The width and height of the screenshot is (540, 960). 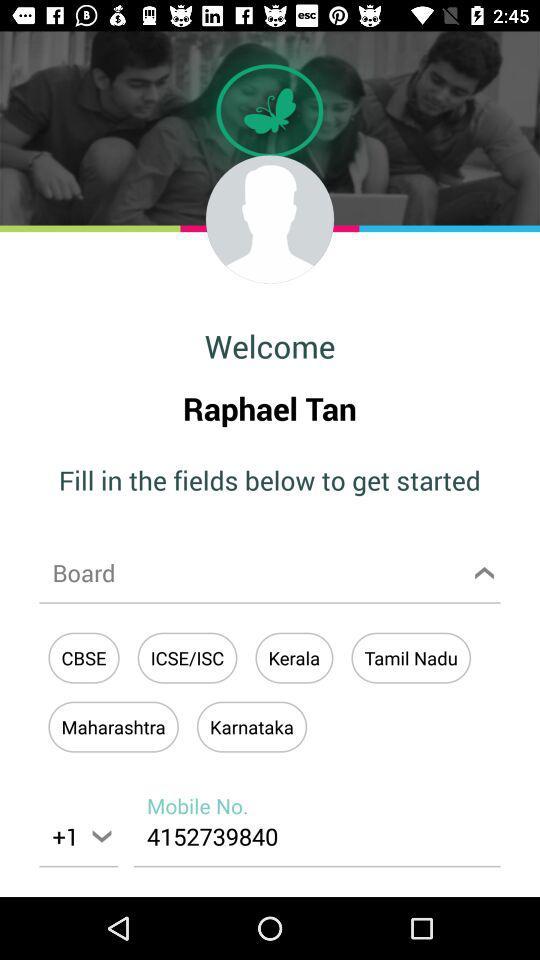 I want to click on an option, so click(x=270, y=572).